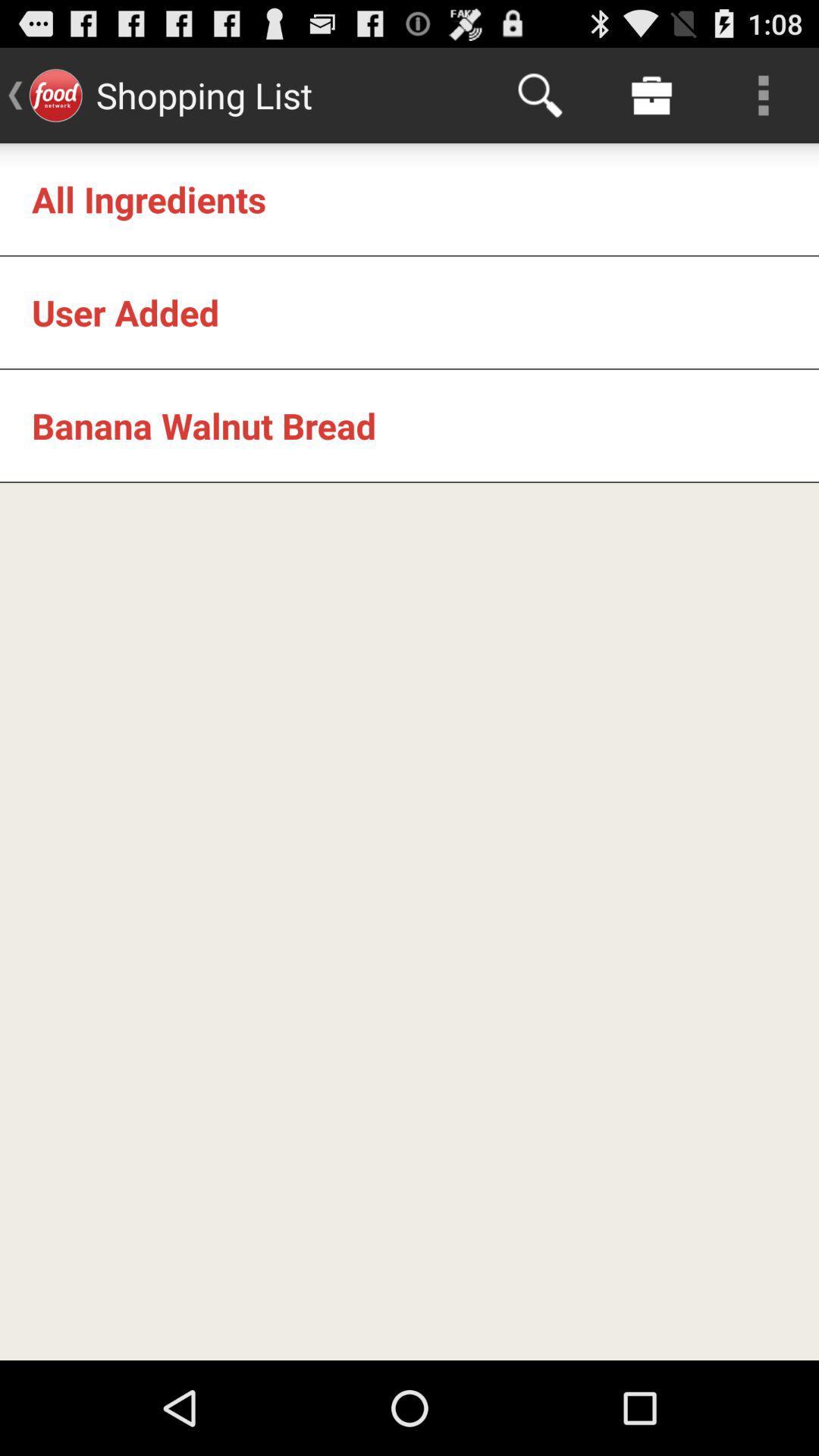 This screenshot has width=819, height=1456. What do you see at coordinates (124, 312) in the screenshot?
I see `the app below all ingredients icon` at bounding box center [124, 312].